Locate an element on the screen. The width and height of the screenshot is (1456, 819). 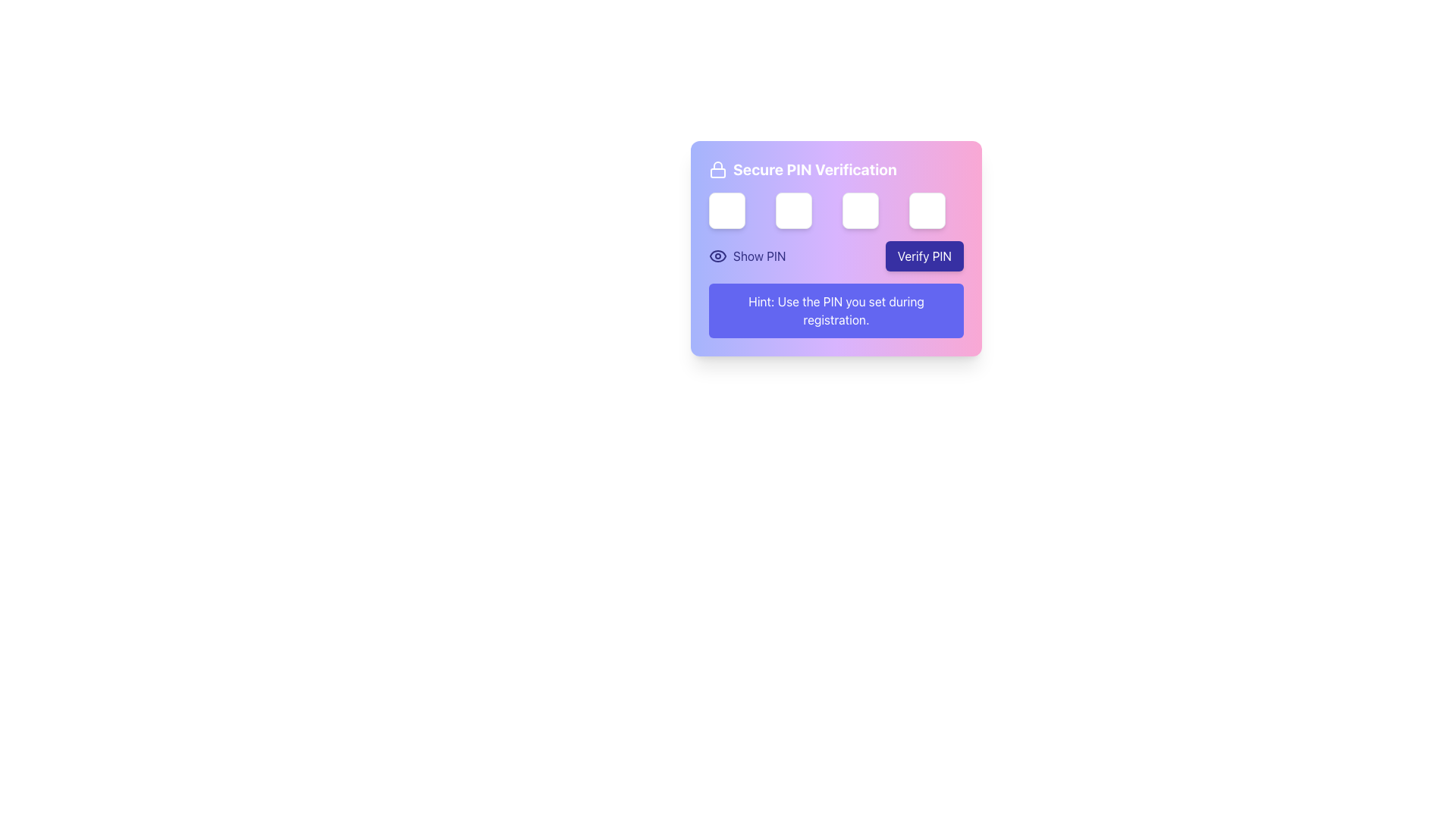
the PIN verification button located in the lower right portion of the card-like component is located at coordinates (924, 256).